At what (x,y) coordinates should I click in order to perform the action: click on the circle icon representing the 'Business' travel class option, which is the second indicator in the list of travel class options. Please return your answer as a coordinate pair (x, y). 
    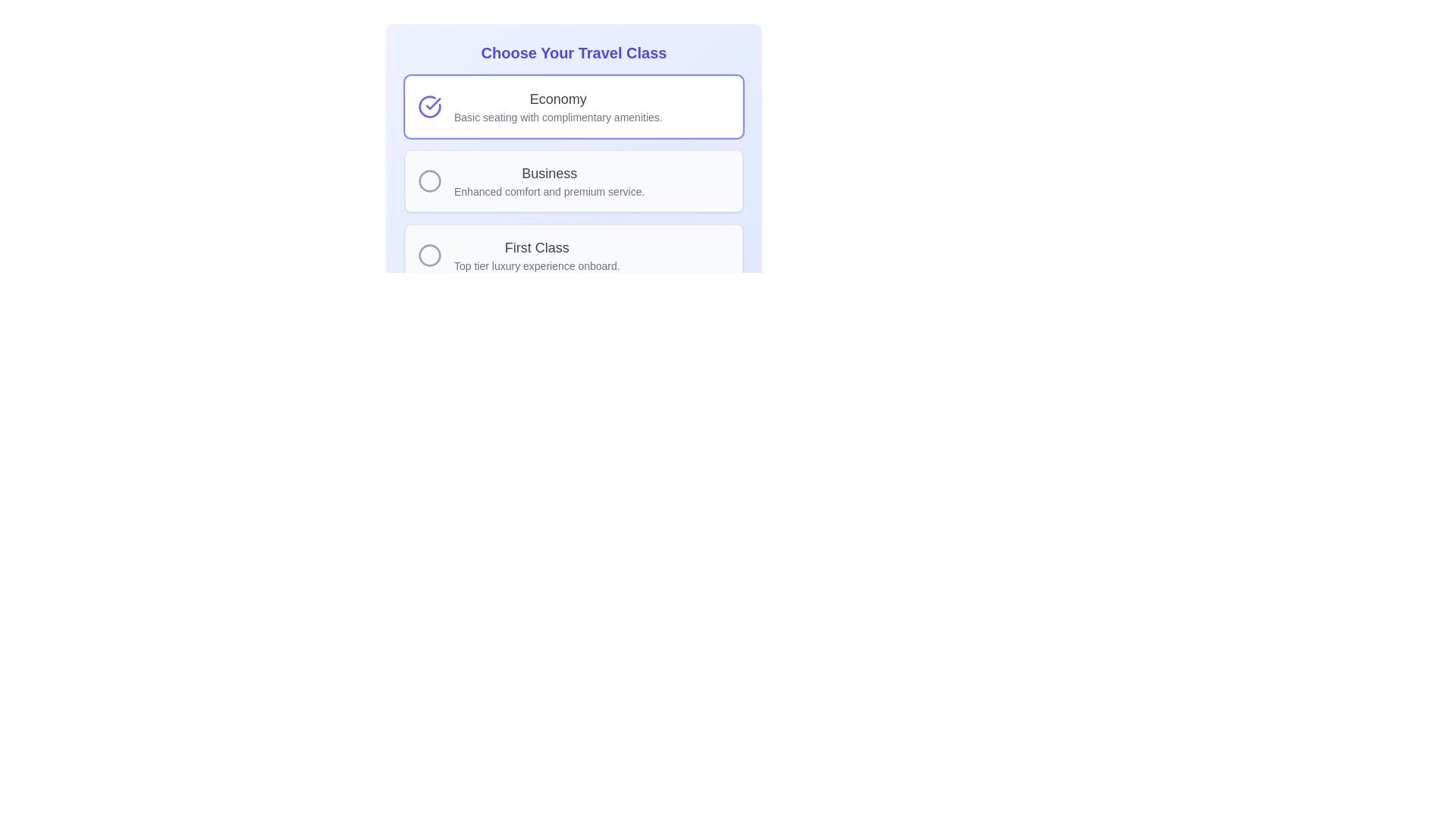
    Looking at the image, I should click on (428, 180).